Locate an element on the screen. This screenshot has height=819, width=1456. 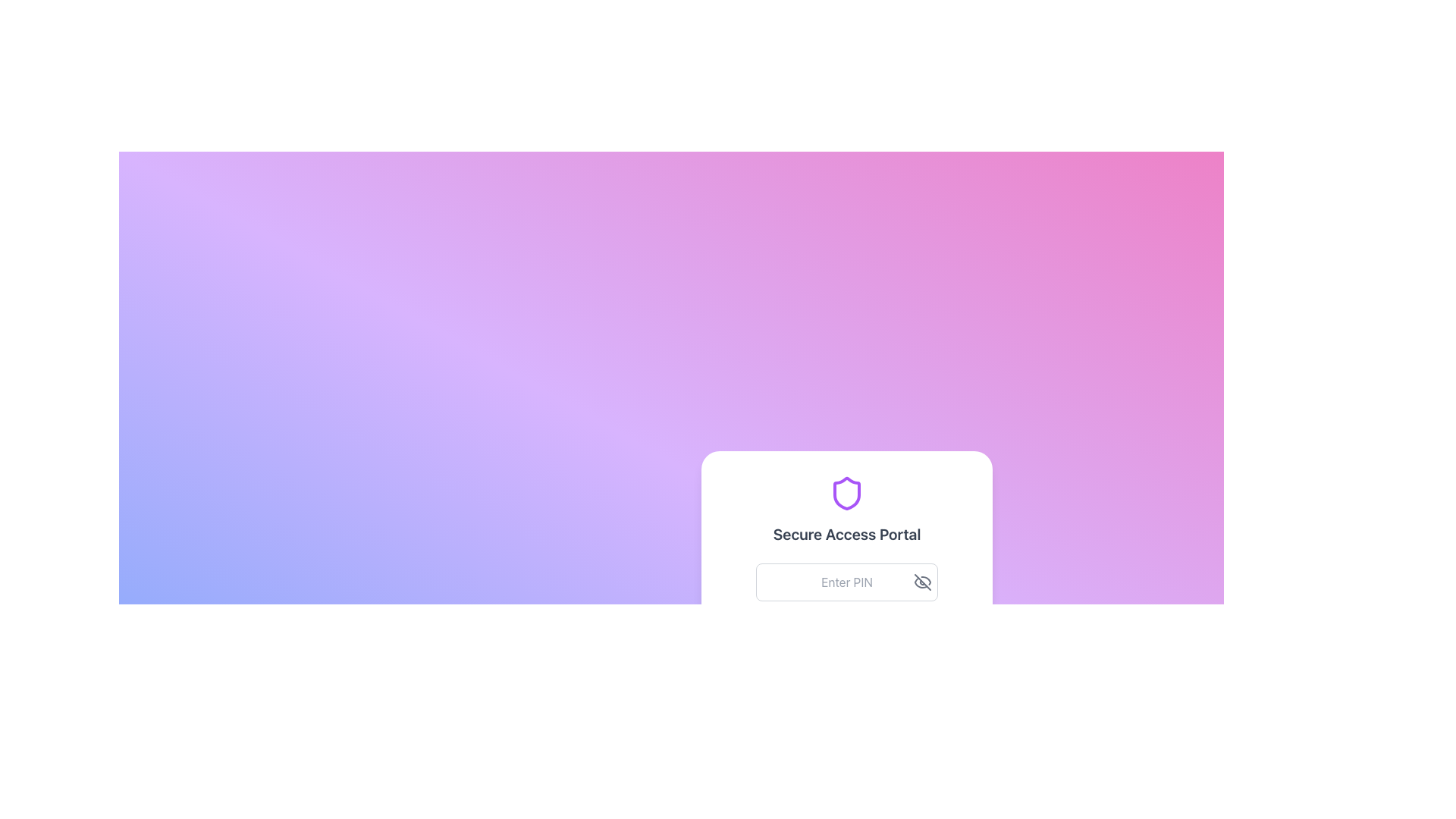
the 'eye-off' icon, which is an outlined graphic with a slash, located to the right of the 'Enter PIN' input field is located at coordinates (922, 581).